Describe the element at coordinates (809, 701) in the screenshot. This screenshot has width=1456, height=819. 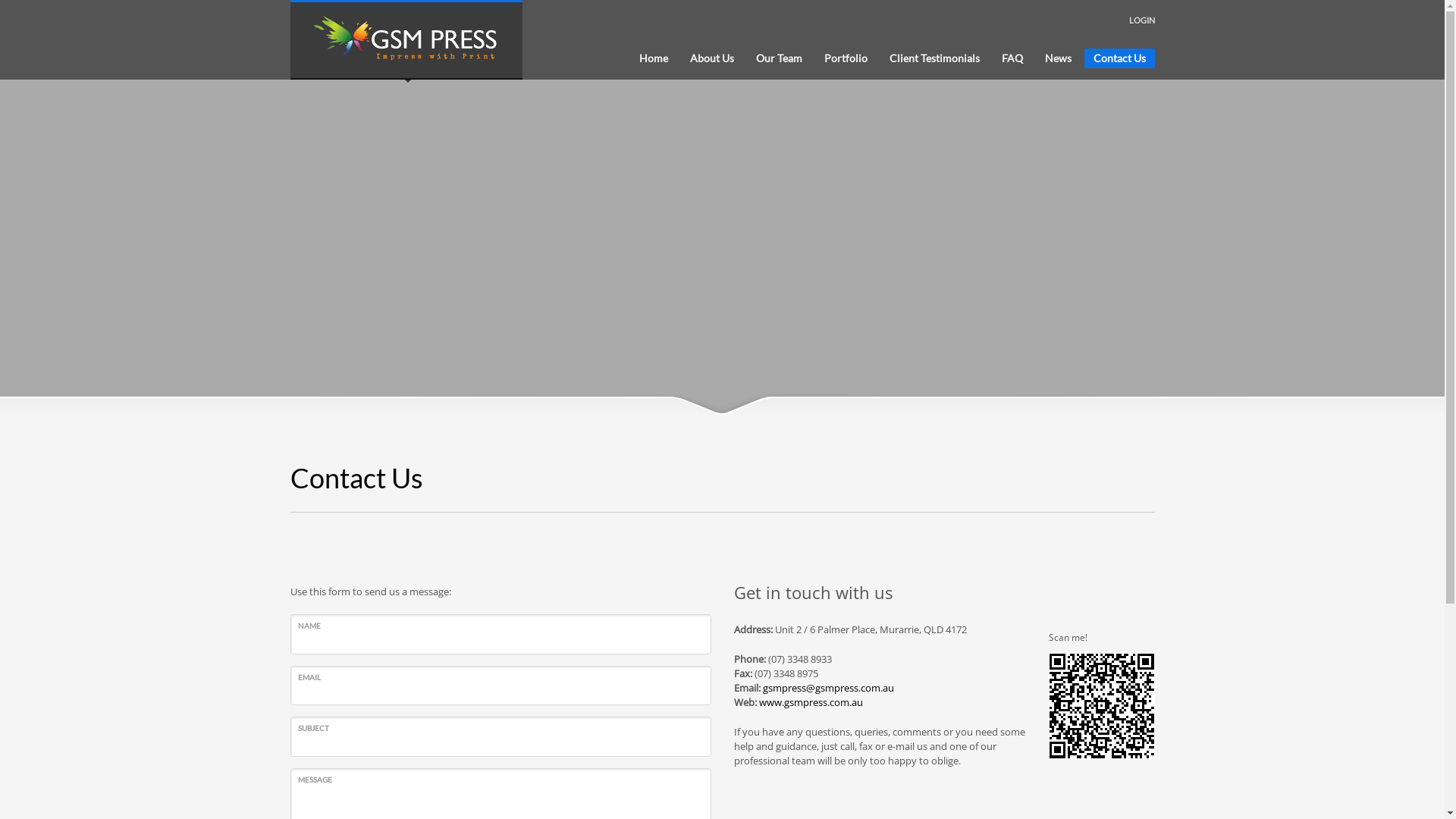
I see `'www.gsmpress.com.au'` at that location.